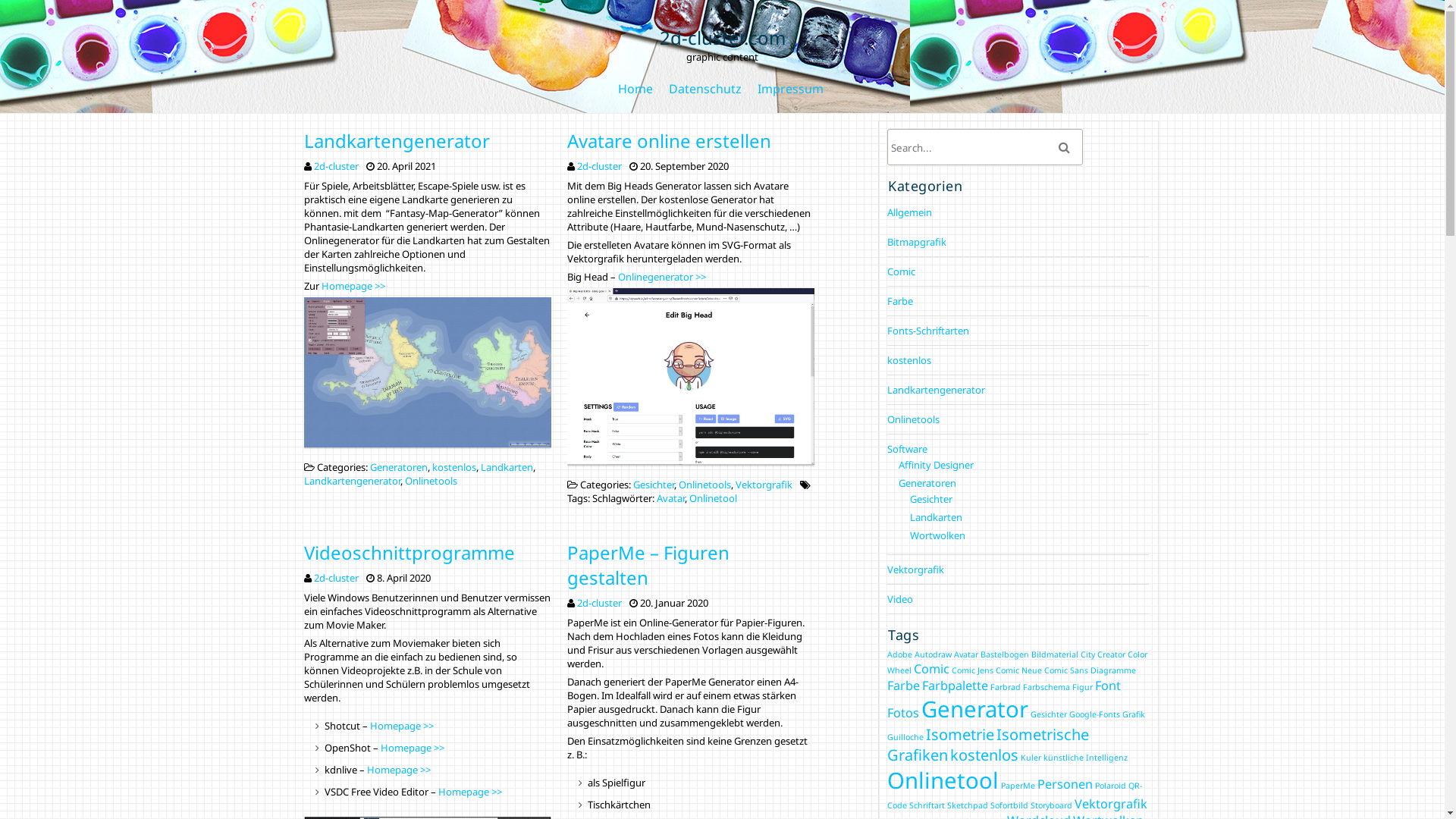 The image size is (1456, 819). What do you see at coordinates (1046, 687) in the screenshot?
I see `'Farbschema'` at bounding box center [1046, 687].